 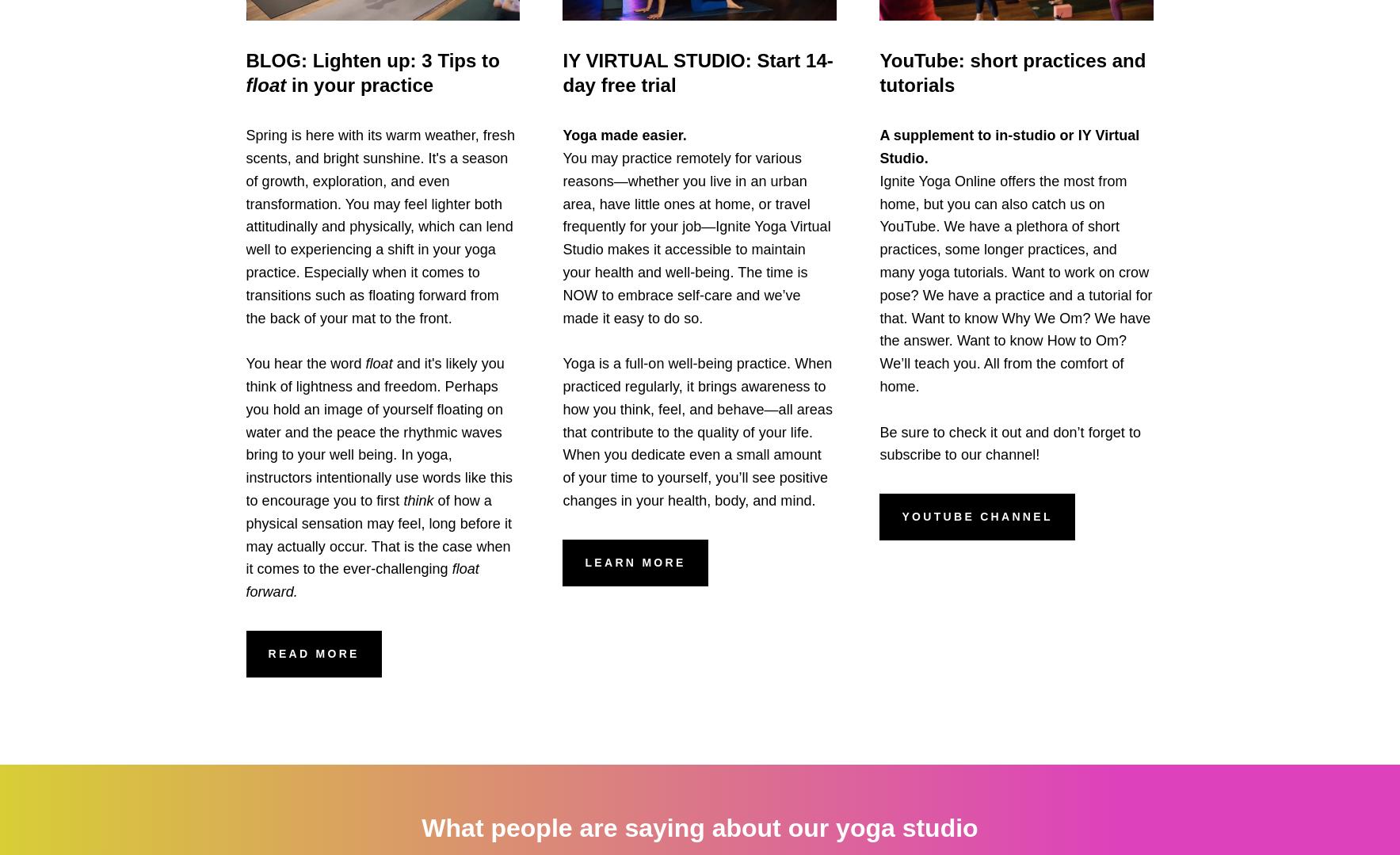 I want to click on 'IY VIRTUAL STUDIO: Start 14-day free trial', so click(x=696, y=71).